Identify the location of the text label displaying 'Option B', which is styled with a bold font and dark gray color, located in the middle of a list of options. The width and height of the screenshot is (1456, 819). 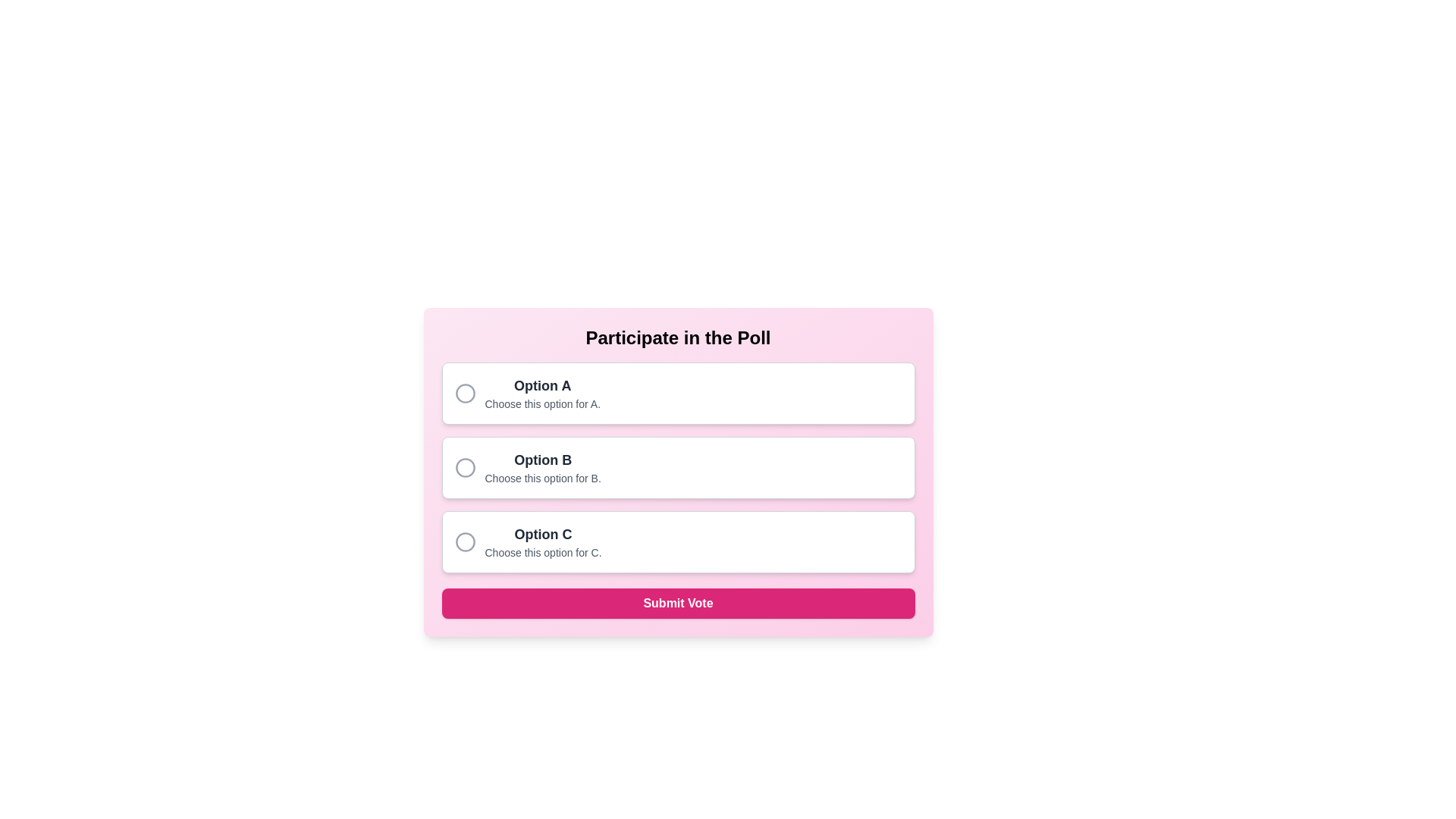
(543, 459).